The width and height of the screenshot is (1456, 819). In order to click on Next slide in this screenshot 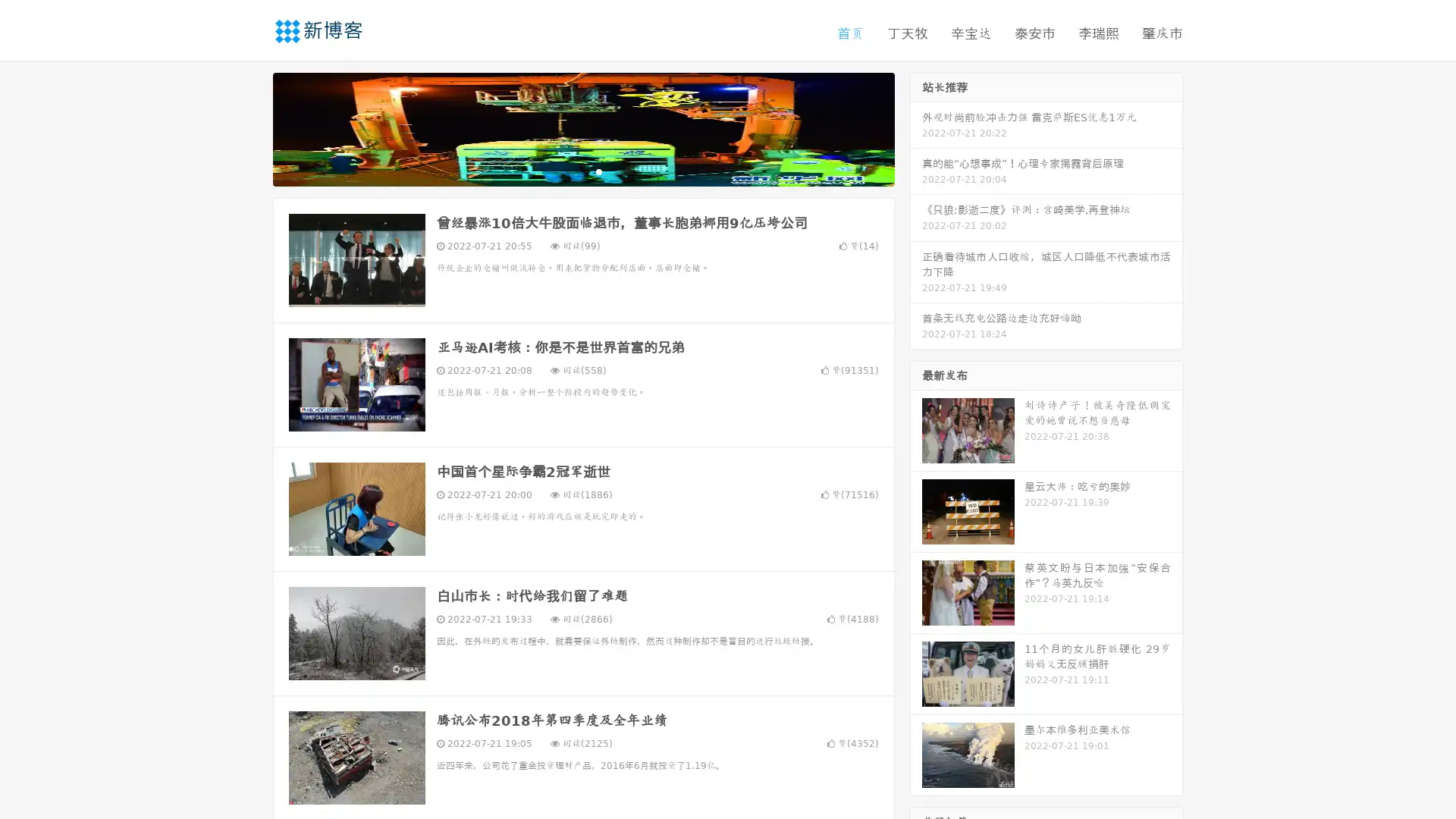, I will do `click(916, 127)`.